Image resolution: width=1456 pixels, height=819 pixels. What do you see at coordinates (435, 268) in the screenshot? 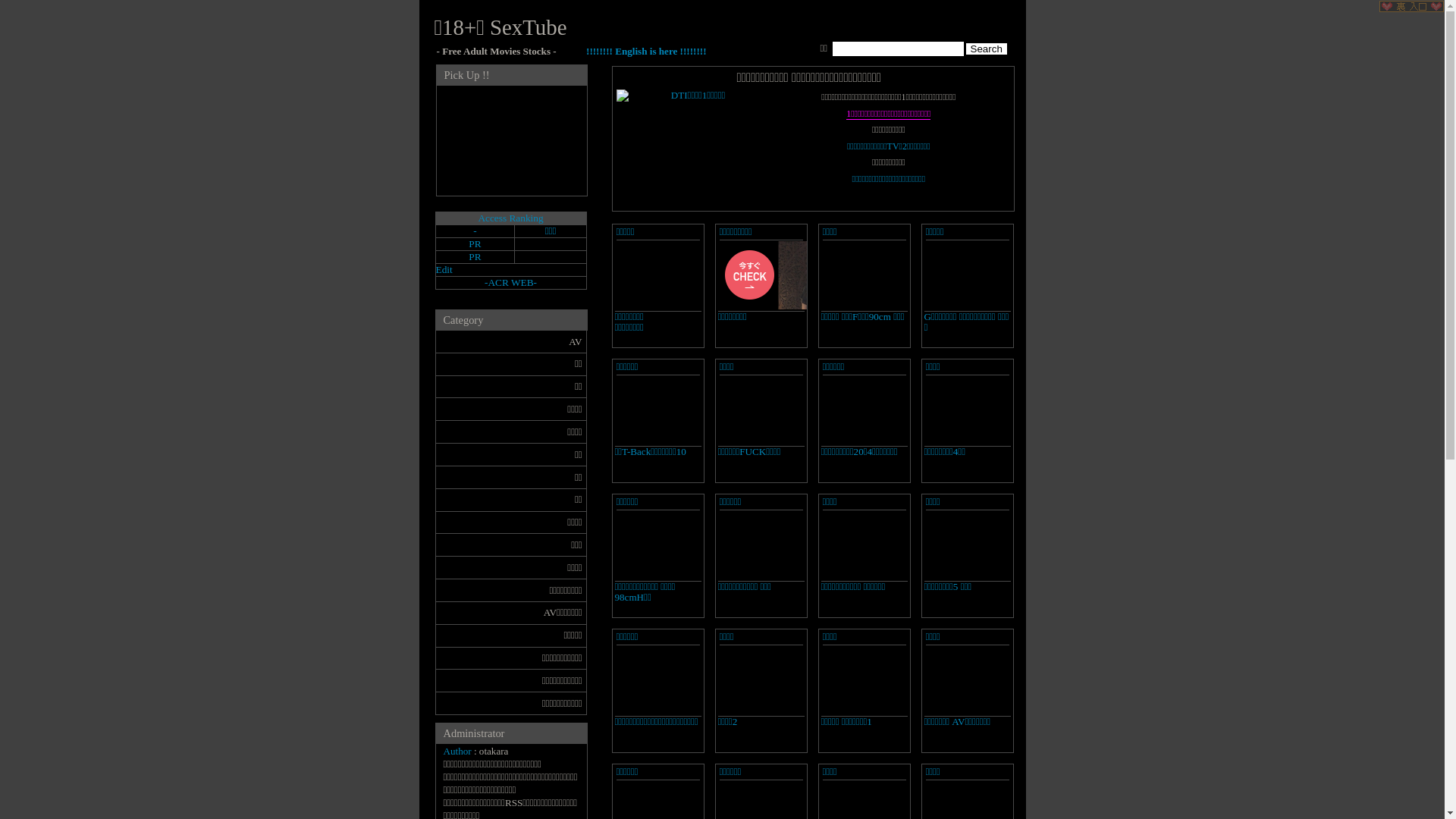
I see `'Edit'` at bounding box center [435, 268].